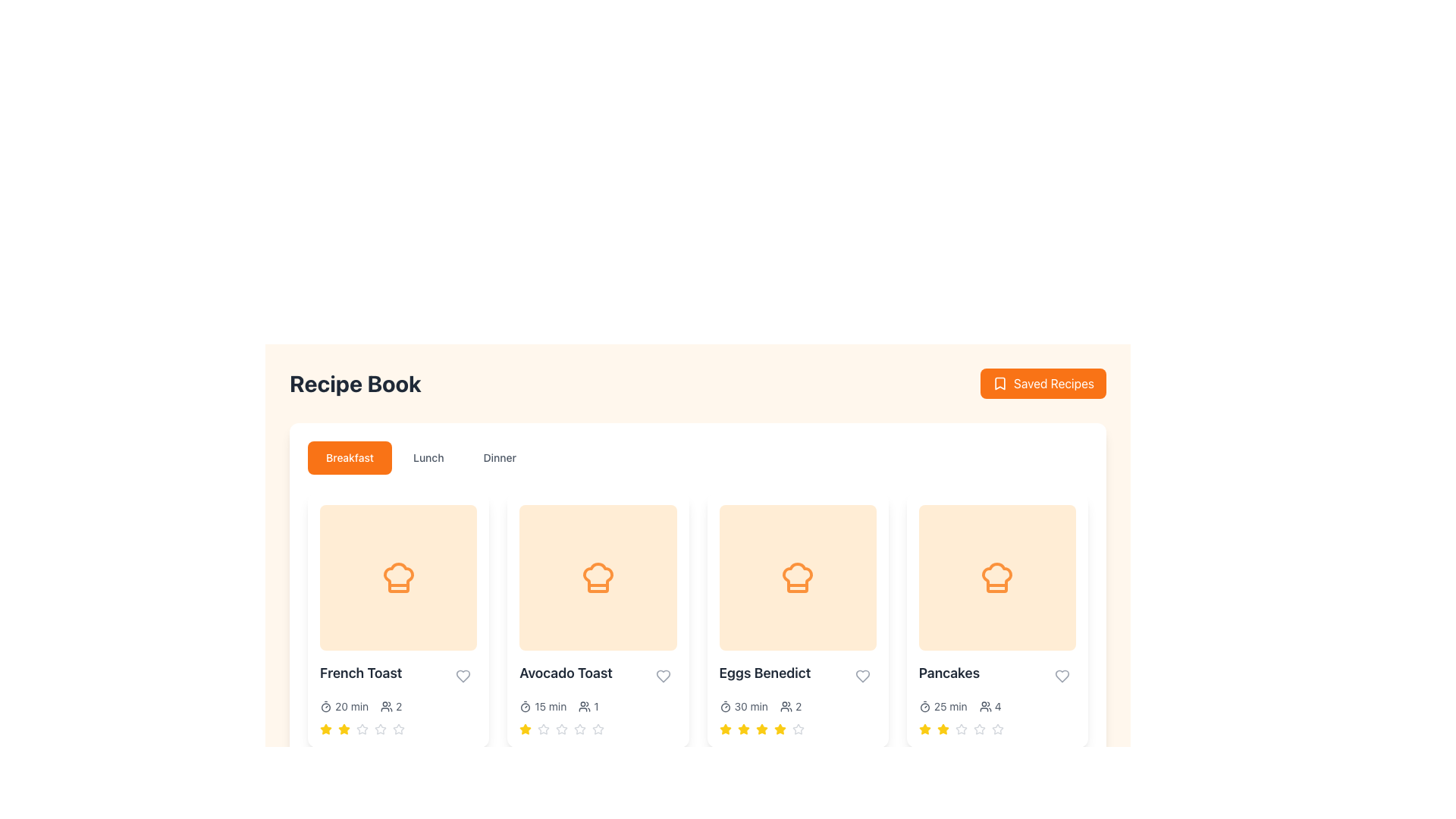 The image size is (1456, 819). Describe the element at coordinates (790, 707) in the screenshot. I see `the Icon with Text indicating the number of servings for the recipe 'Eggs Benedict', which is positioned below '30 min' and to the right of the time estimation` at that location.